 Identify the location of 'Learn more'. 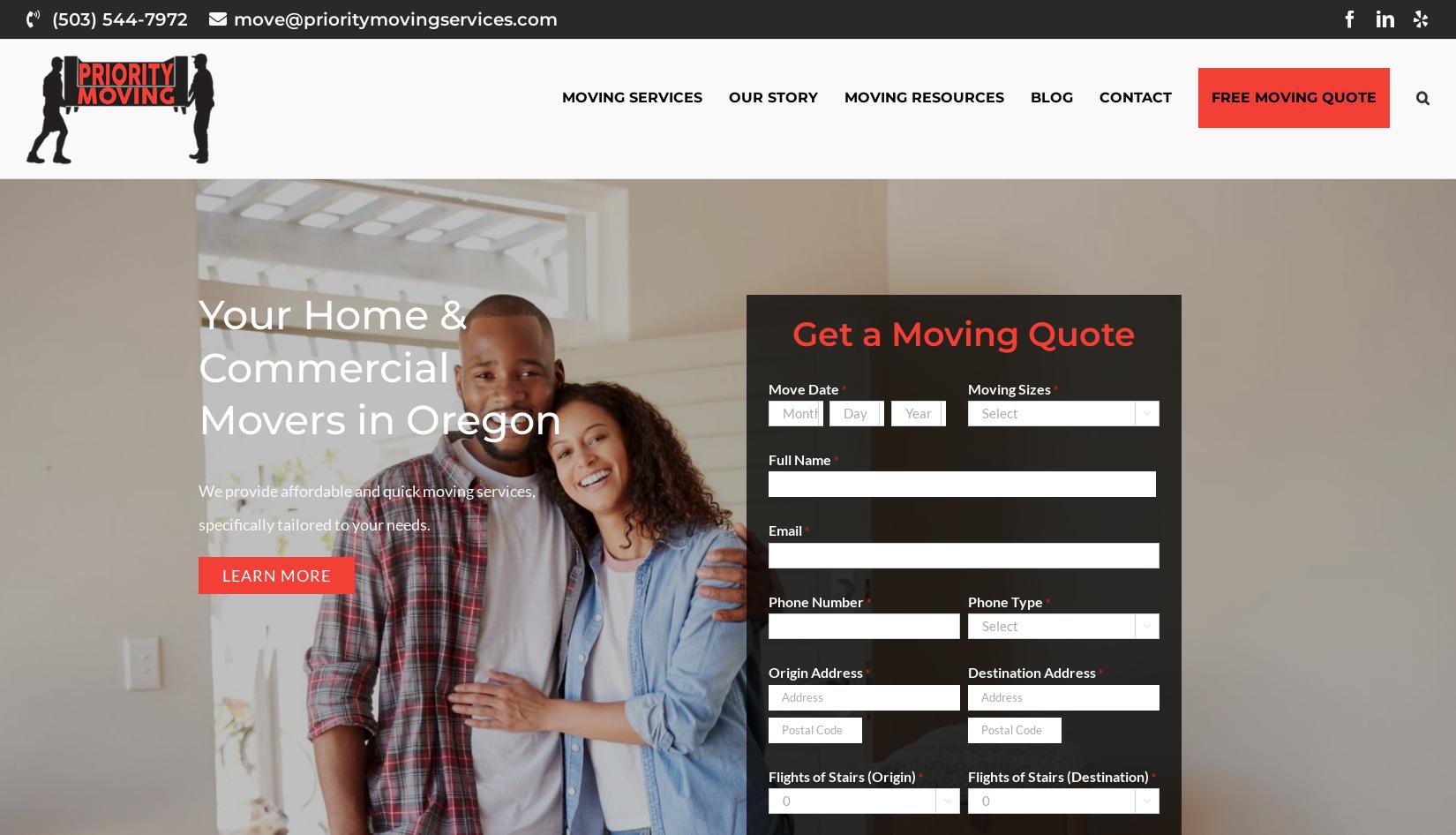
(276, 575).